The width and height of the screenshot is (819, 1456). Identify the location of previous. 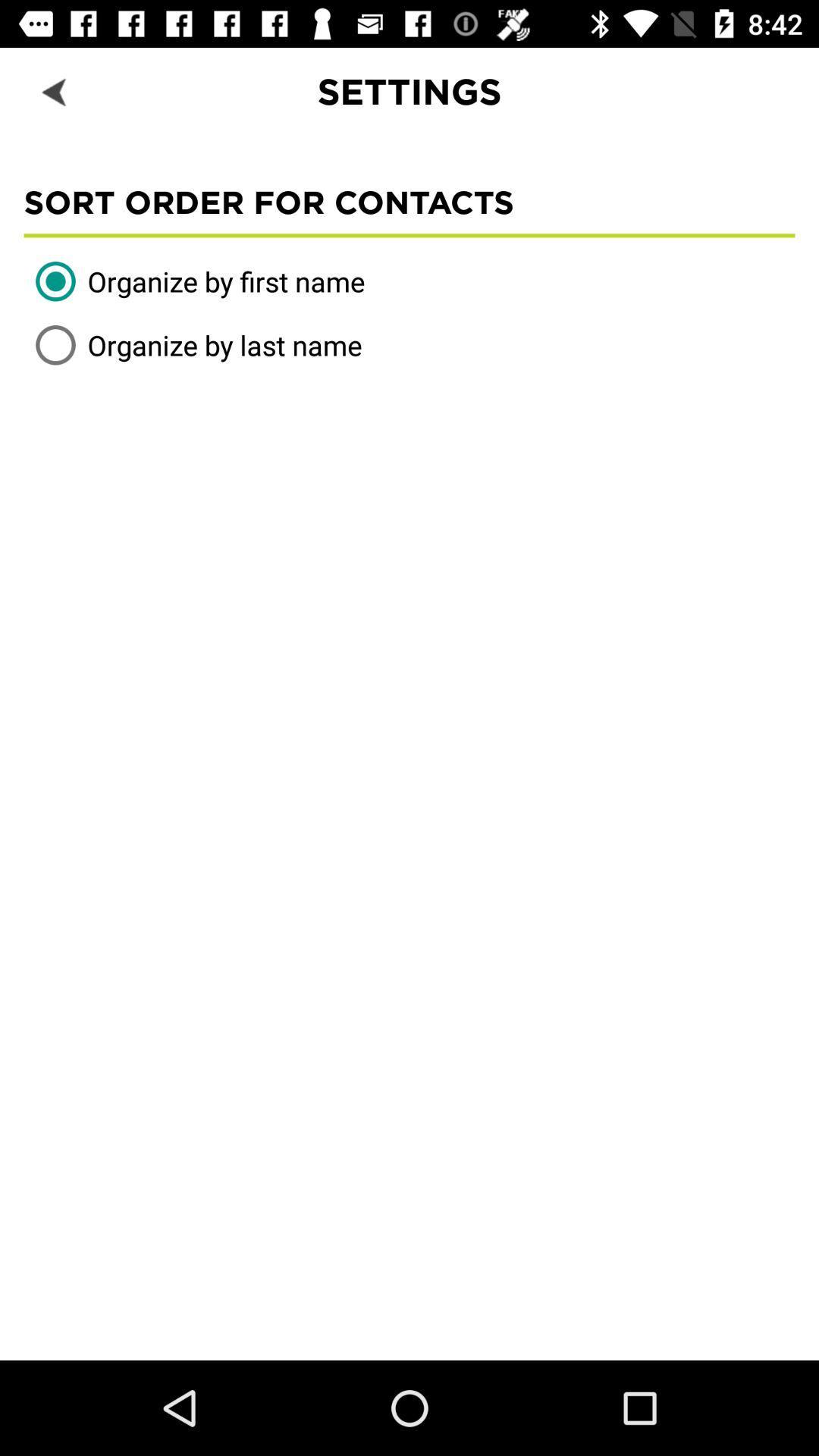
(55, 90).